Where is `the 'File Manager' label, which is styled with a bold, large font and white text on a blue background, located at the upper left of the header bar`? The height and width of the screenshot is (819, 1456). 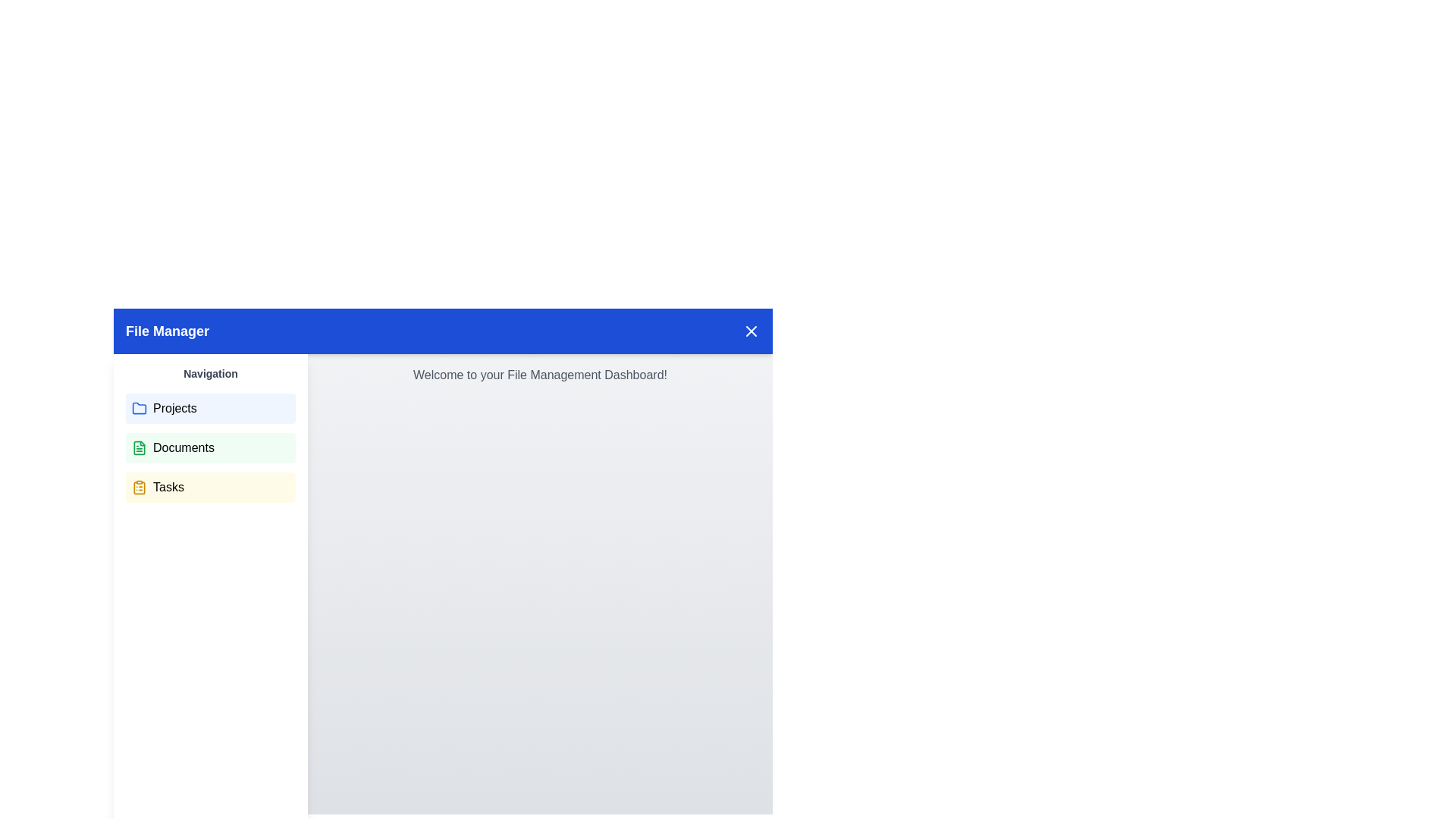
the 'File Manager' label, which is styled with a bold, large font and white text on a blue background, located at the upper left of the header bar is located at coordinates (167, 330).